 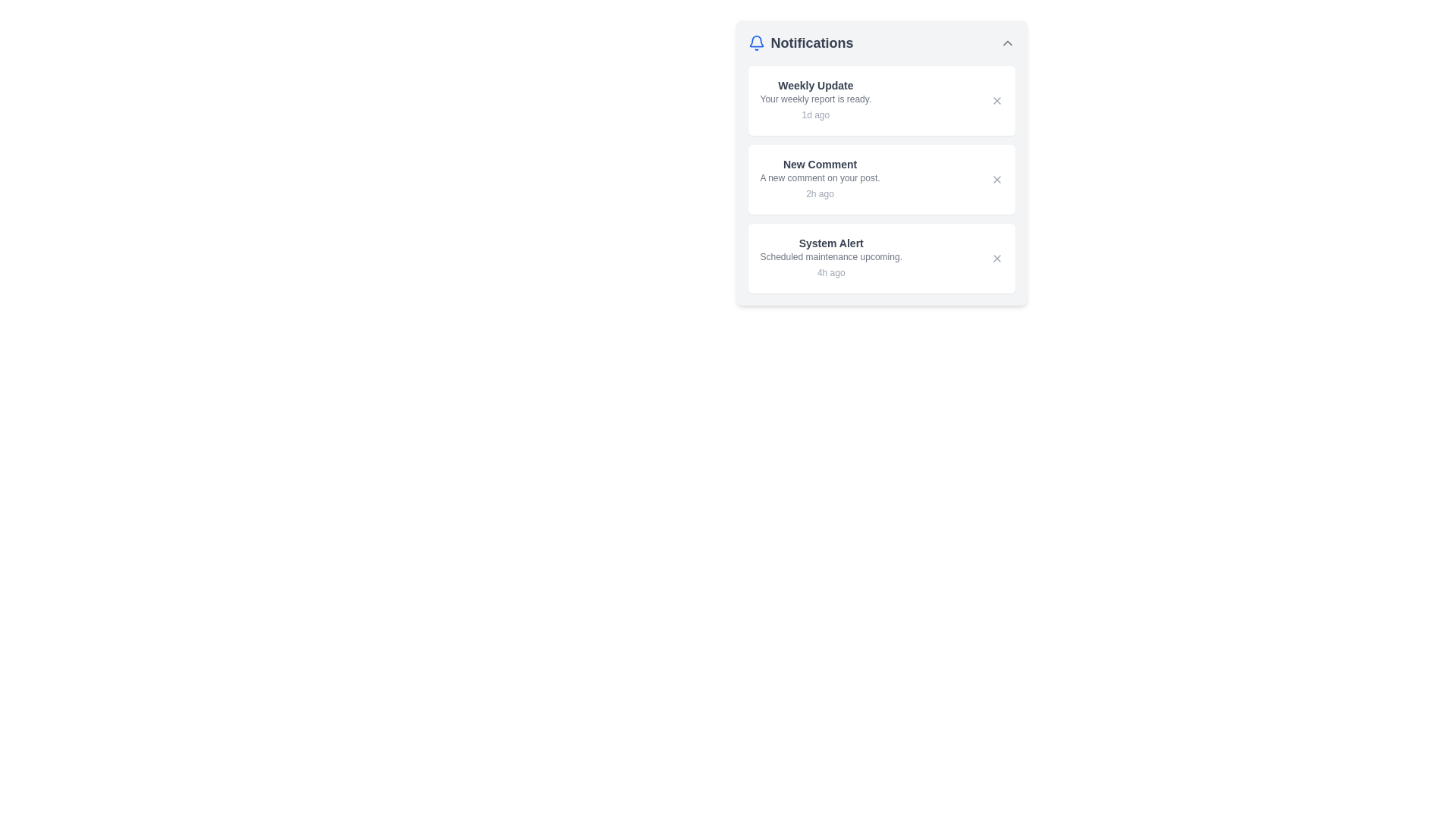 I want to click on the close icon button located at the top right corner of the 'Weekly Update' notification card to change its color, so click(x=996, y=100).